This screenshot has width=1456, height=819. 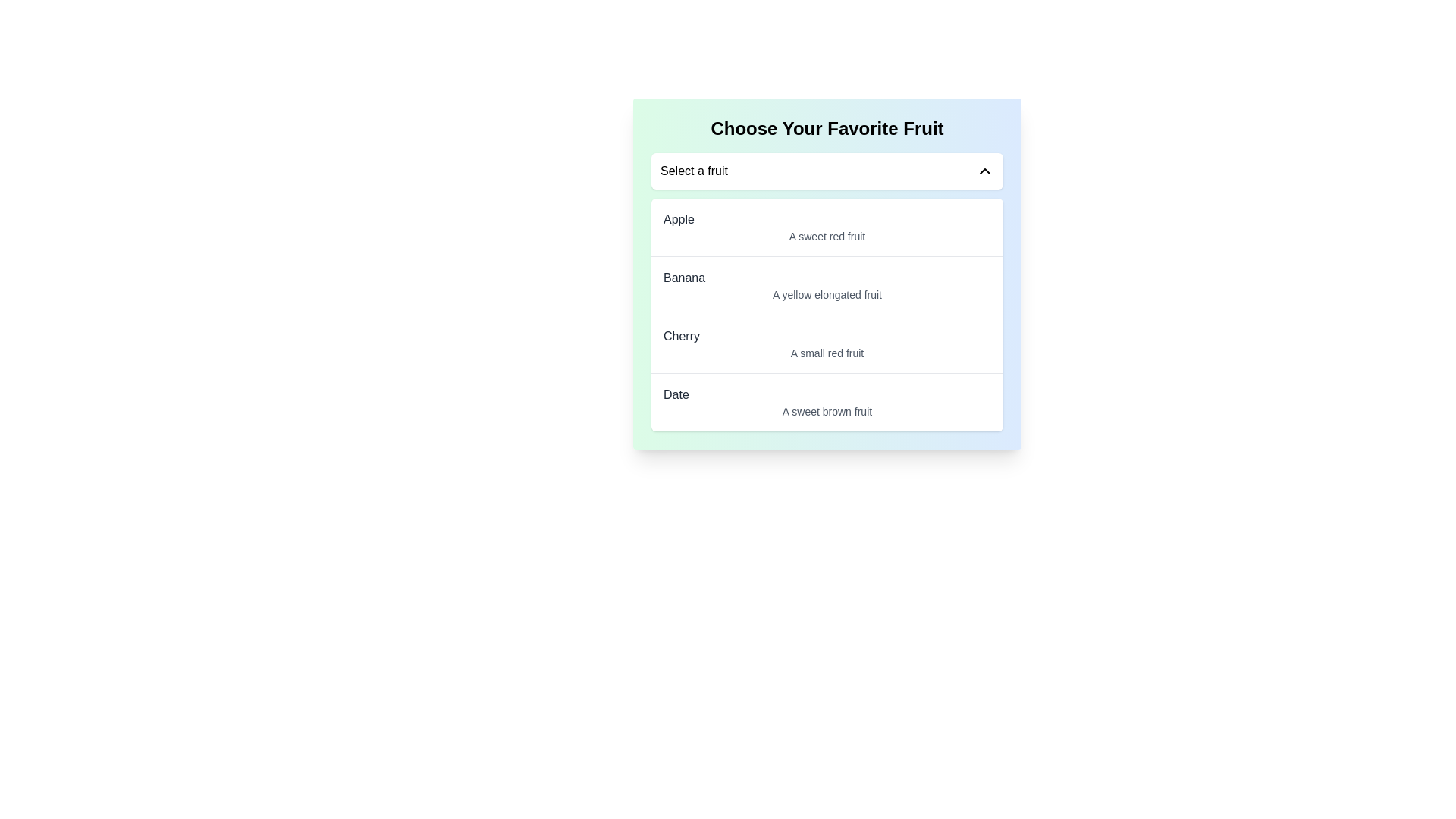 I want to click on the 'Cherry' text label located in the third row of the selectable items under 'Choose Your Favorite Fruit.', so click(x=680, y=335).